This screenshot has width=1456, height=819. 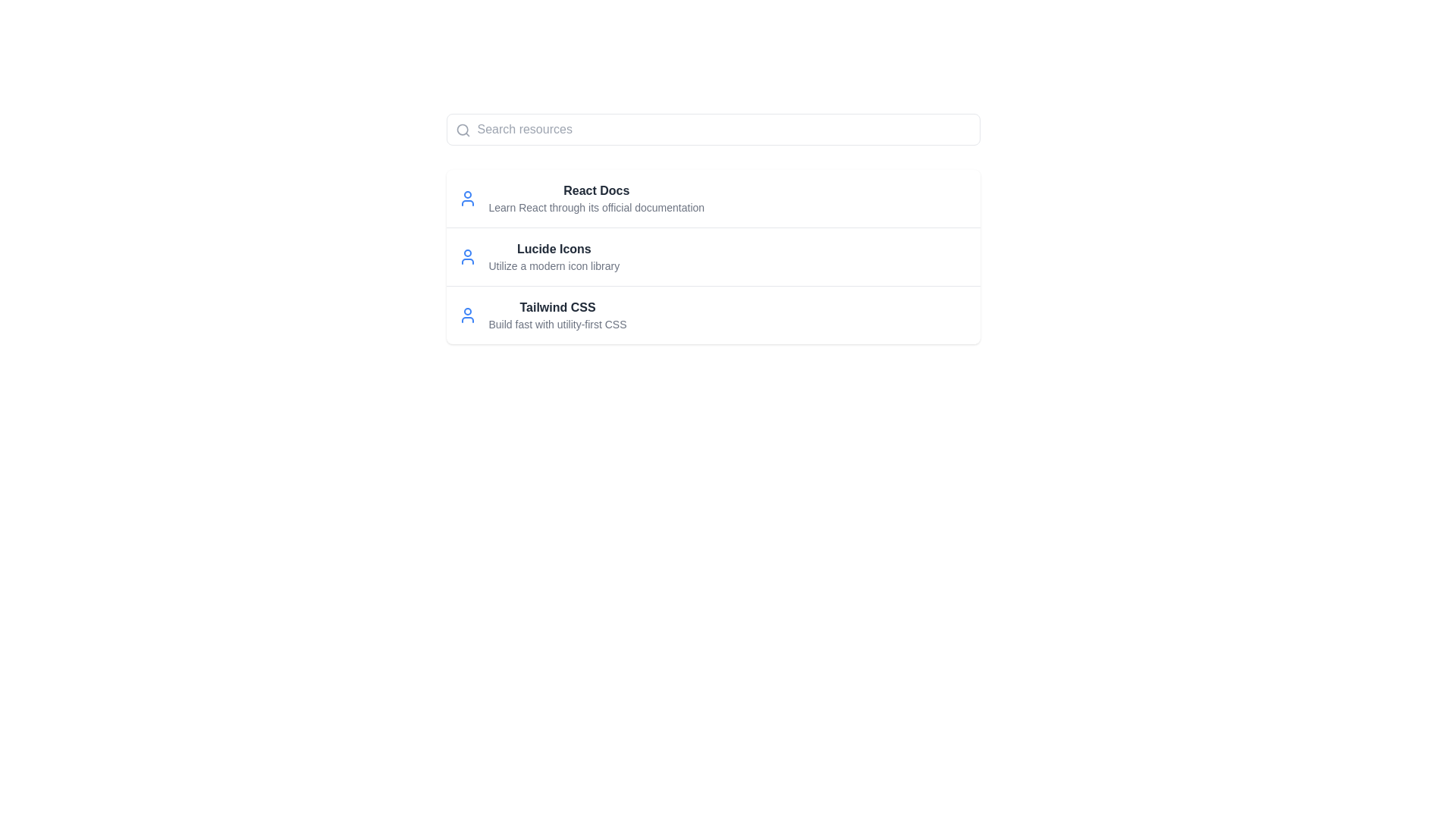 I want to click on the static text element that reads 'Utilize a modern icon library', which is styled with a small gray font and is located directly below 'Lucide Icons', so click(x=553, y=265).